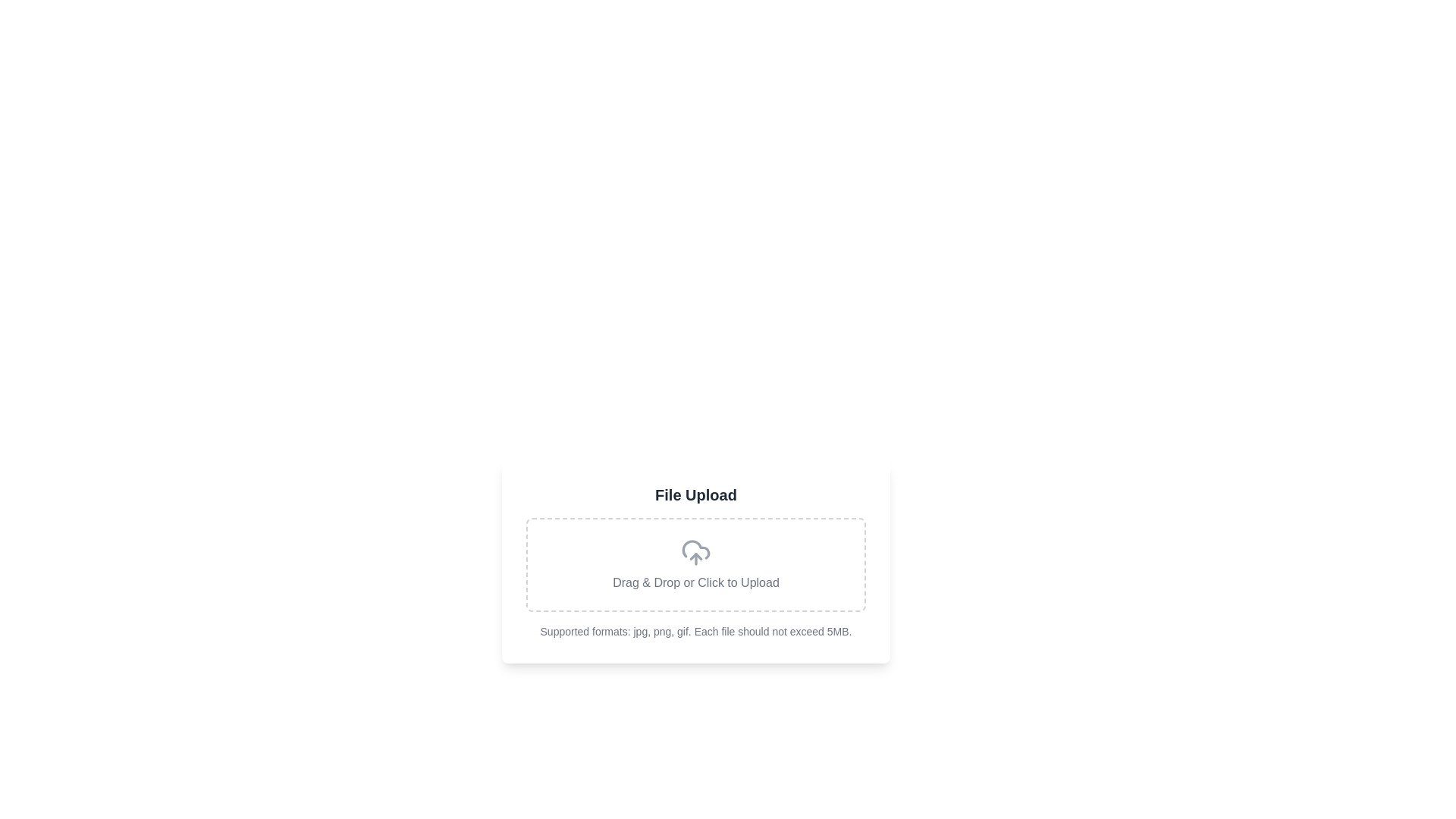 This screenshot has width=1456, height=819. Describe the element at coordinates (695, 553) in the screenshot. I see `the upload icon which represents the action of uploading files, located above the text 'Drag & Drop or Click to Upload'` at that location.